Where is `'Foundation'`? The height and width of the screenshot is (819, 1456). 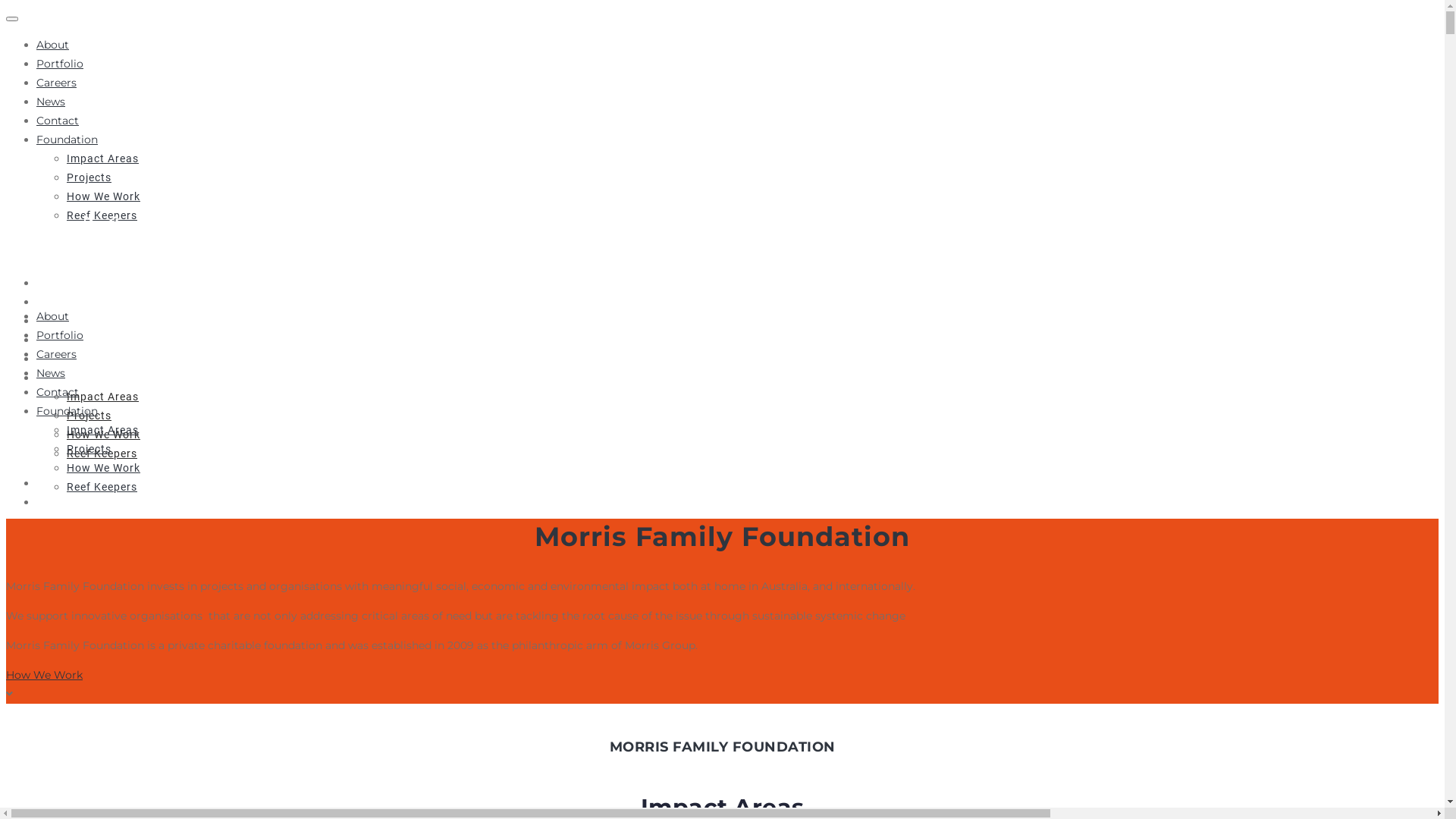 'Foundation' is located at coordinates (66, 140).